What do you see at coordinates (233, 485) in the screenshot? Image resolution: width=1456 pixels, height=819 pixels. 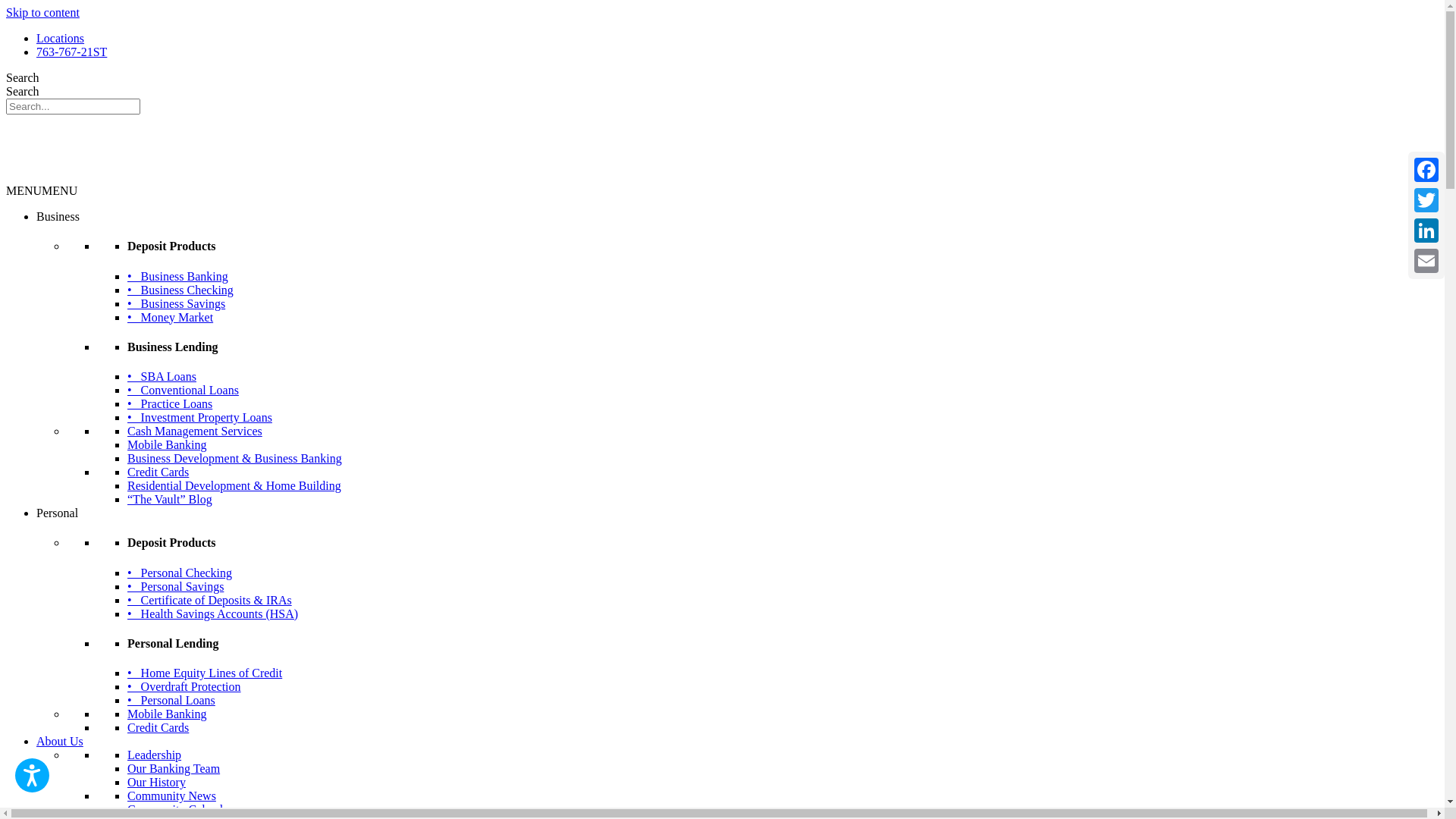 I see `'Residential Development & Home Building'` at bounding box center [233, 485].